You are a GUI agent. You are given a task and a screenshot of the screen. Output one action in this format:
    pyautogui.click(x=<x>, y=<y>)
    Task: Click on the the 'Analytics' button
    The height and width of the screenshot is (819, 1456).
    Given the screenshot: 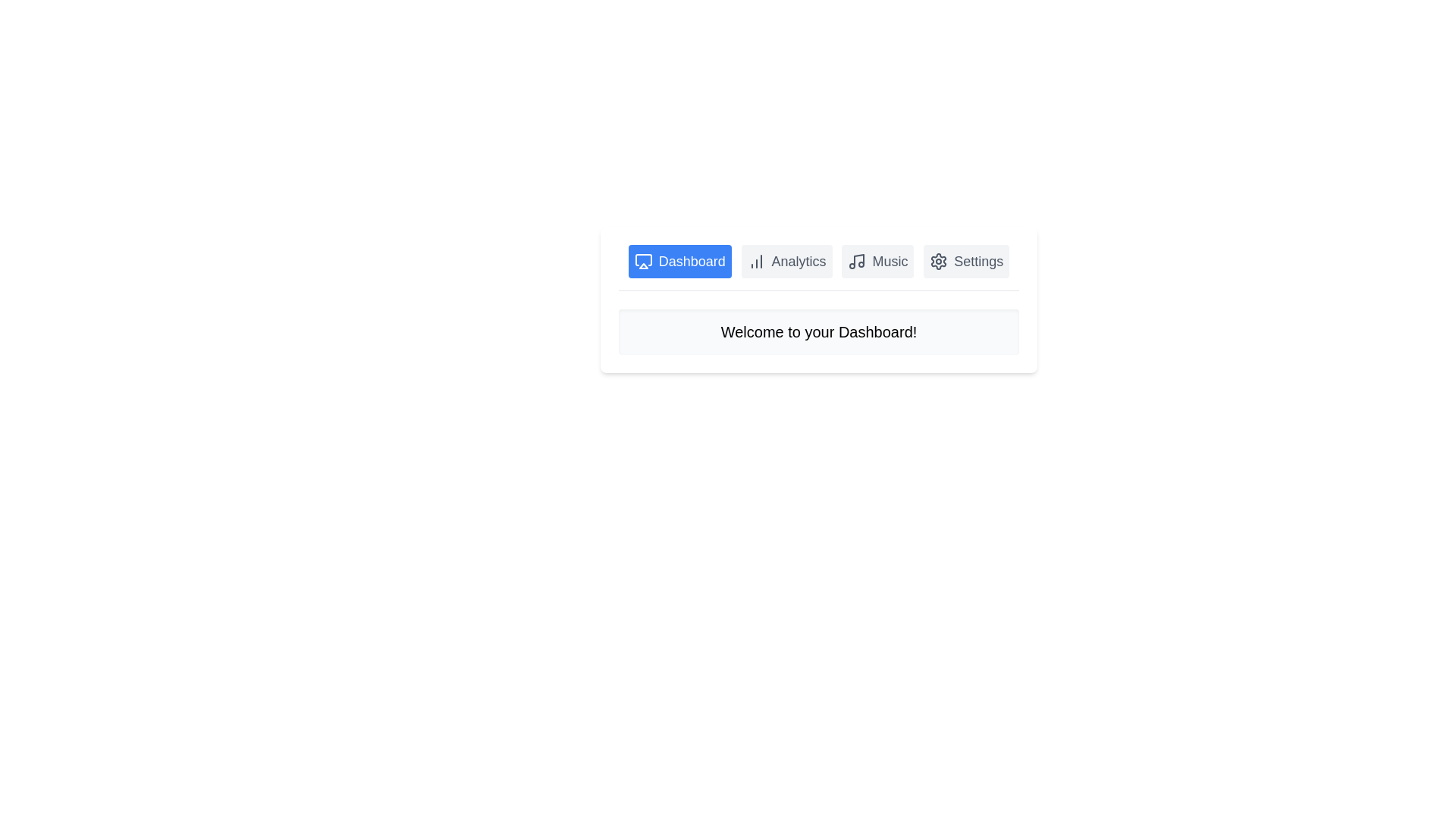 What is the action you would take?
    pyautogui.click(x=786, y=260)
    